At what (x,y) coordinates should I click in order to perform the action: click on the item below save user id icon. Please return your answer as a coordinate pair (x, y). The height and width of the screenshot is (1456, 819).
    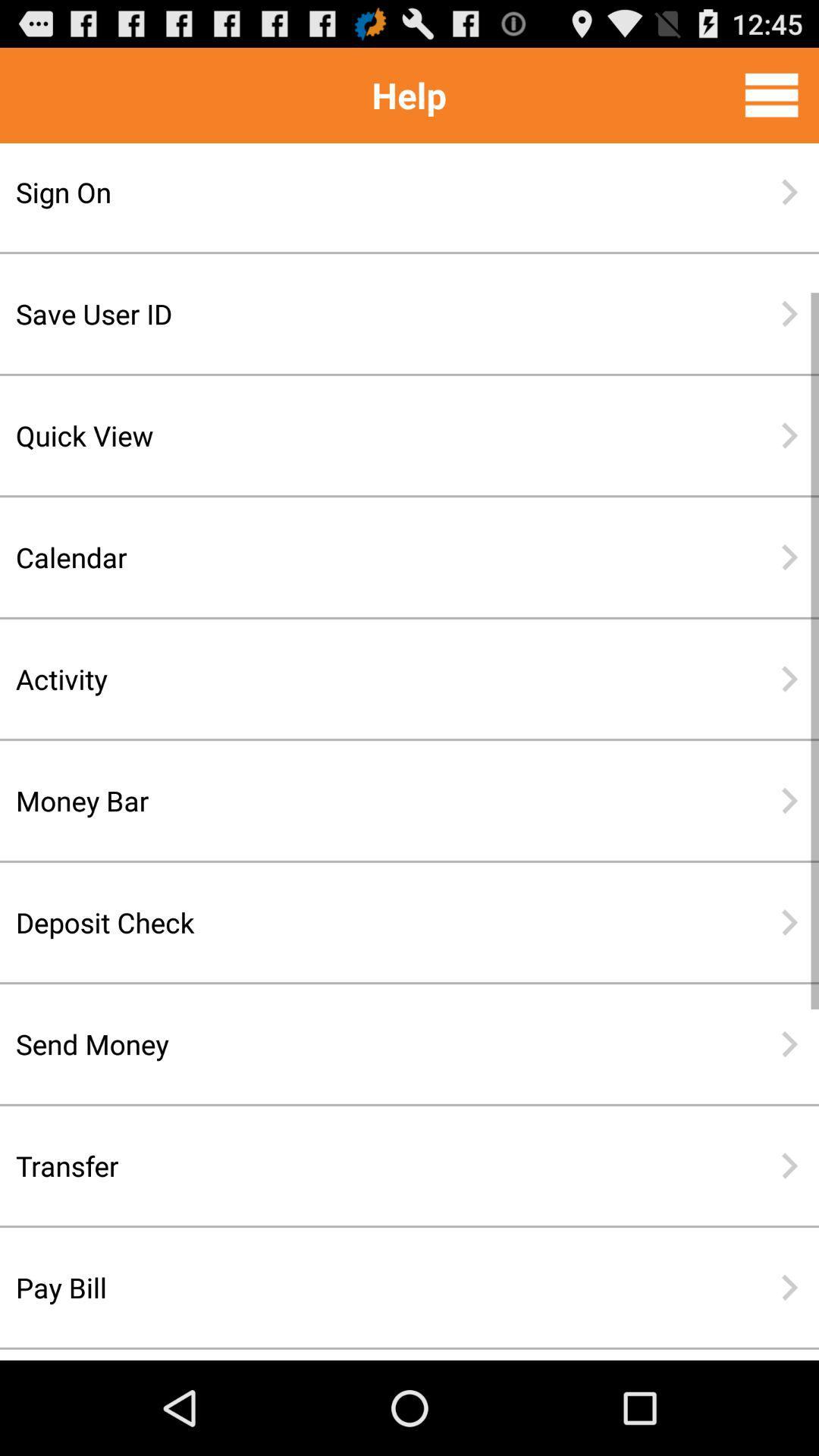
    Looking at the image, I should click on (360, 435).